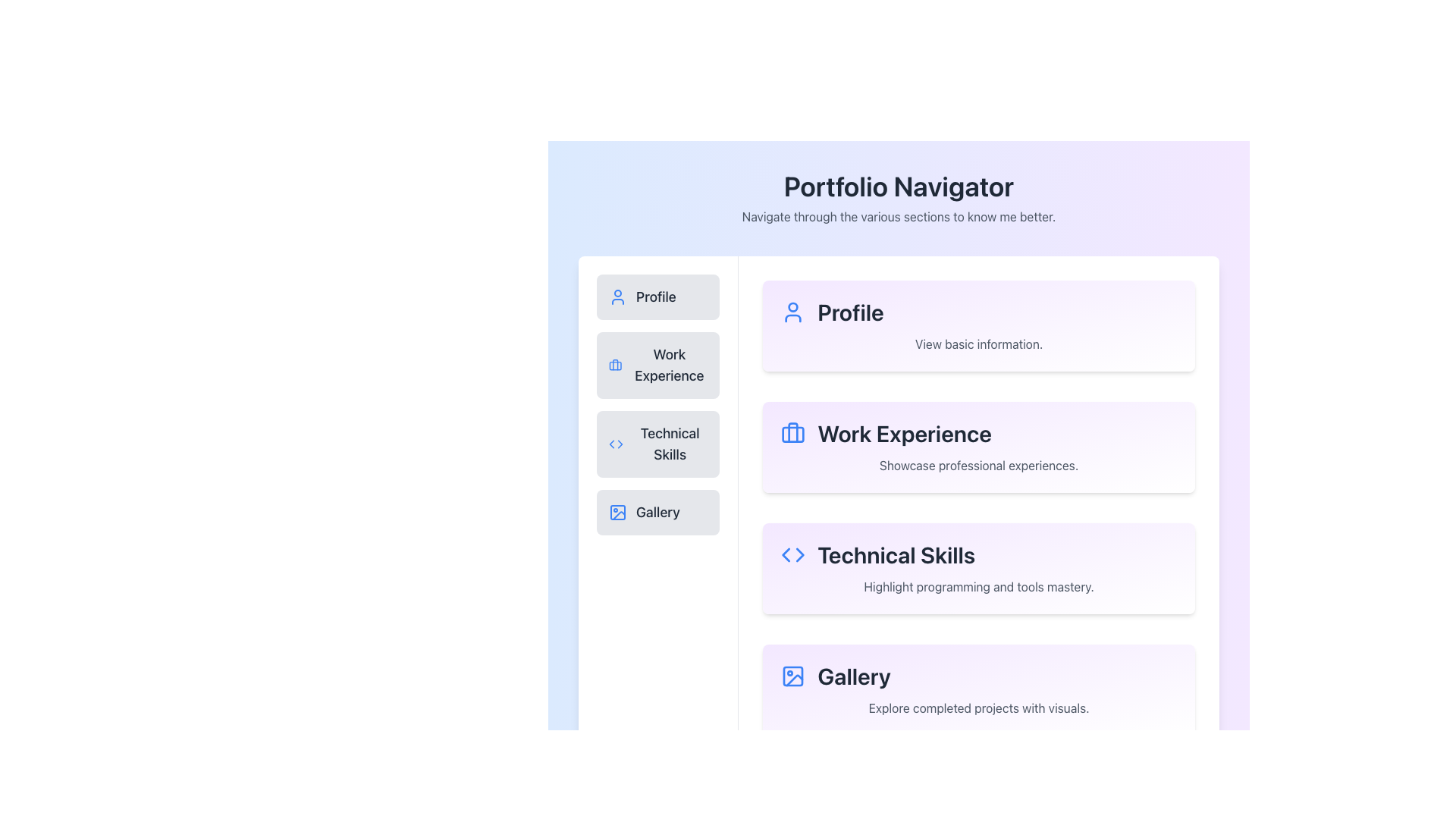 This screenshot has height=819, width=1456. I want to click on the base rectangle of the briefcase icon in the 'Work Experience' section located in the sidebar navigation, so click(792, 435).